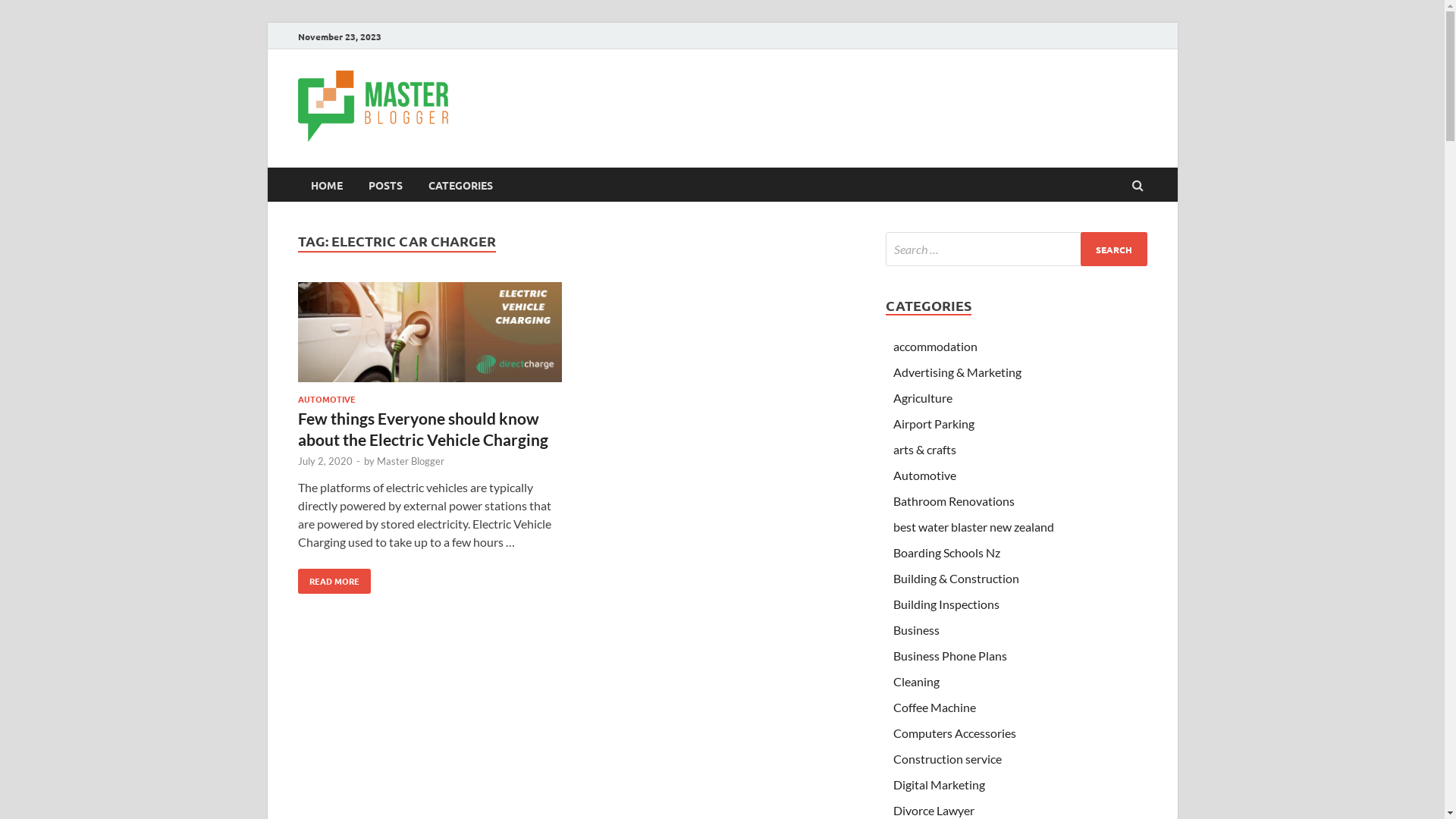 The image size is (1456, 819). Describe the element at coordinates (915, 629) in the screenshot. I see `'Business'` at that location.